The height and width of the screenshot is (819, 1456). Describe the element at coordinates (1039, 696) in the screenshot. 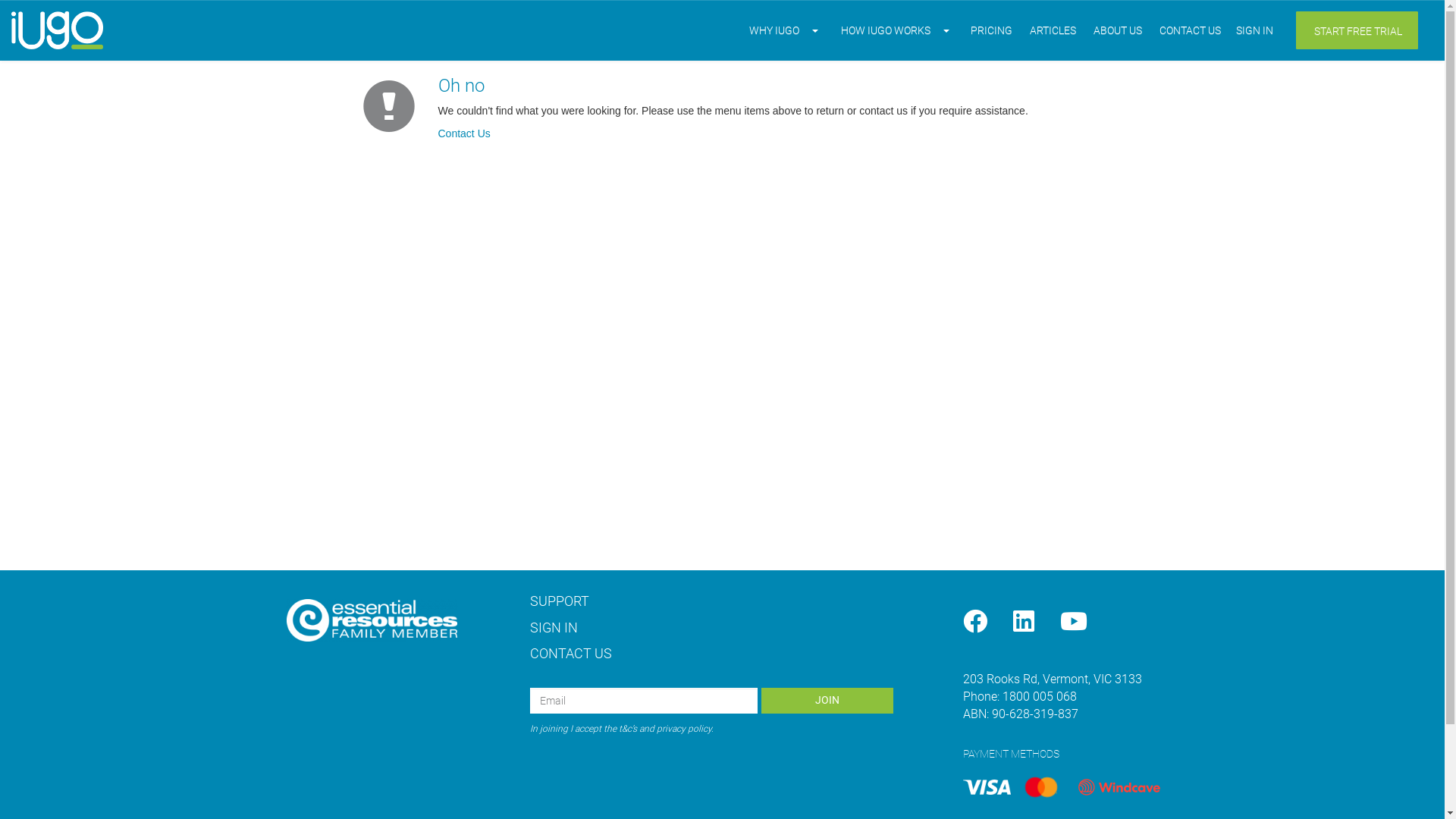

I see `'1800 005 068'` at that location.